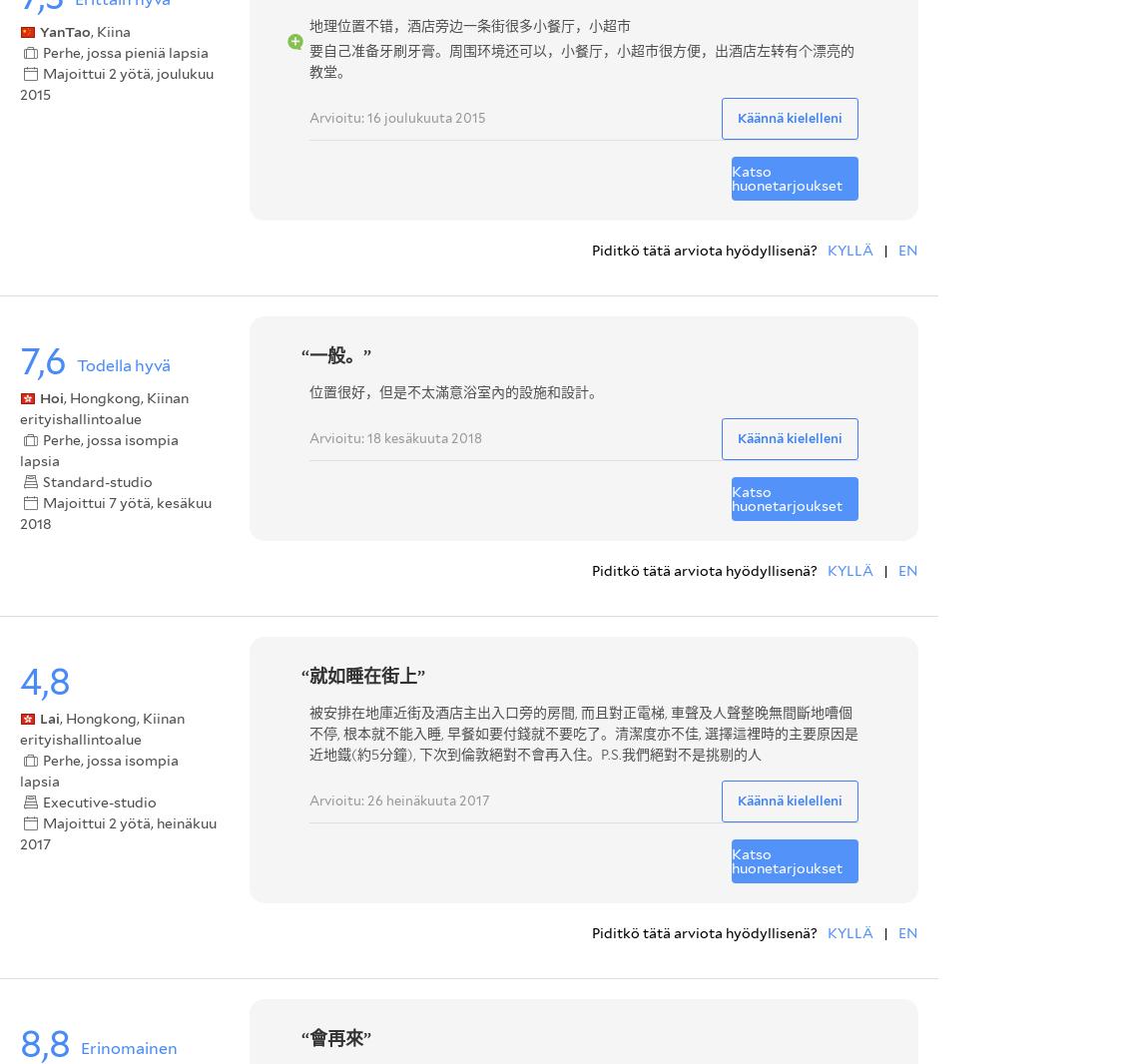  Describe the element at coordinates (76, 364) in the screenshot. I see `'Todella hyvä'` at that location.